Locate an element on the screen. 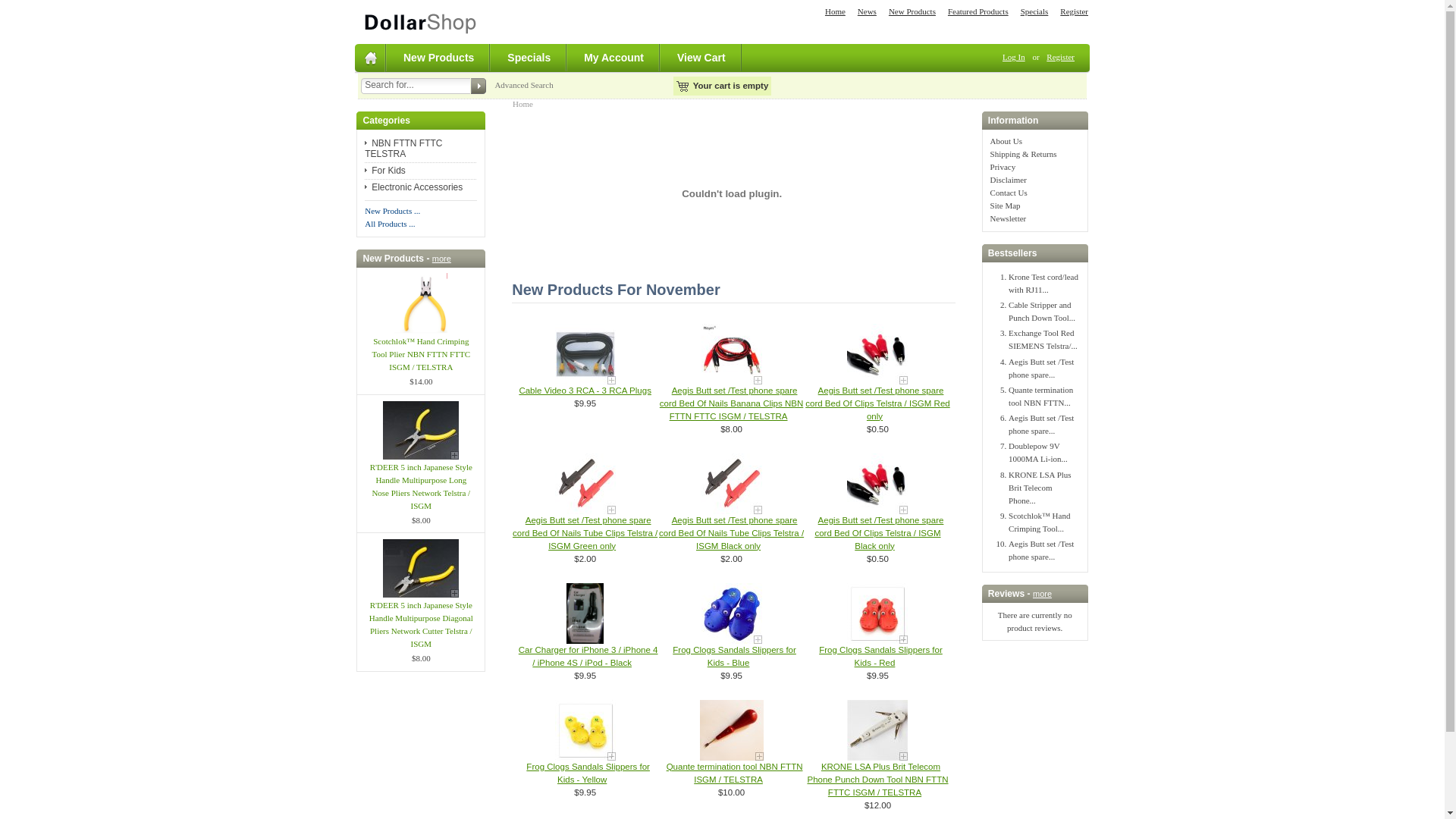 The height and width of the screenshot is (819, 1456). 'Register' is located at coordinates (1059, 55).